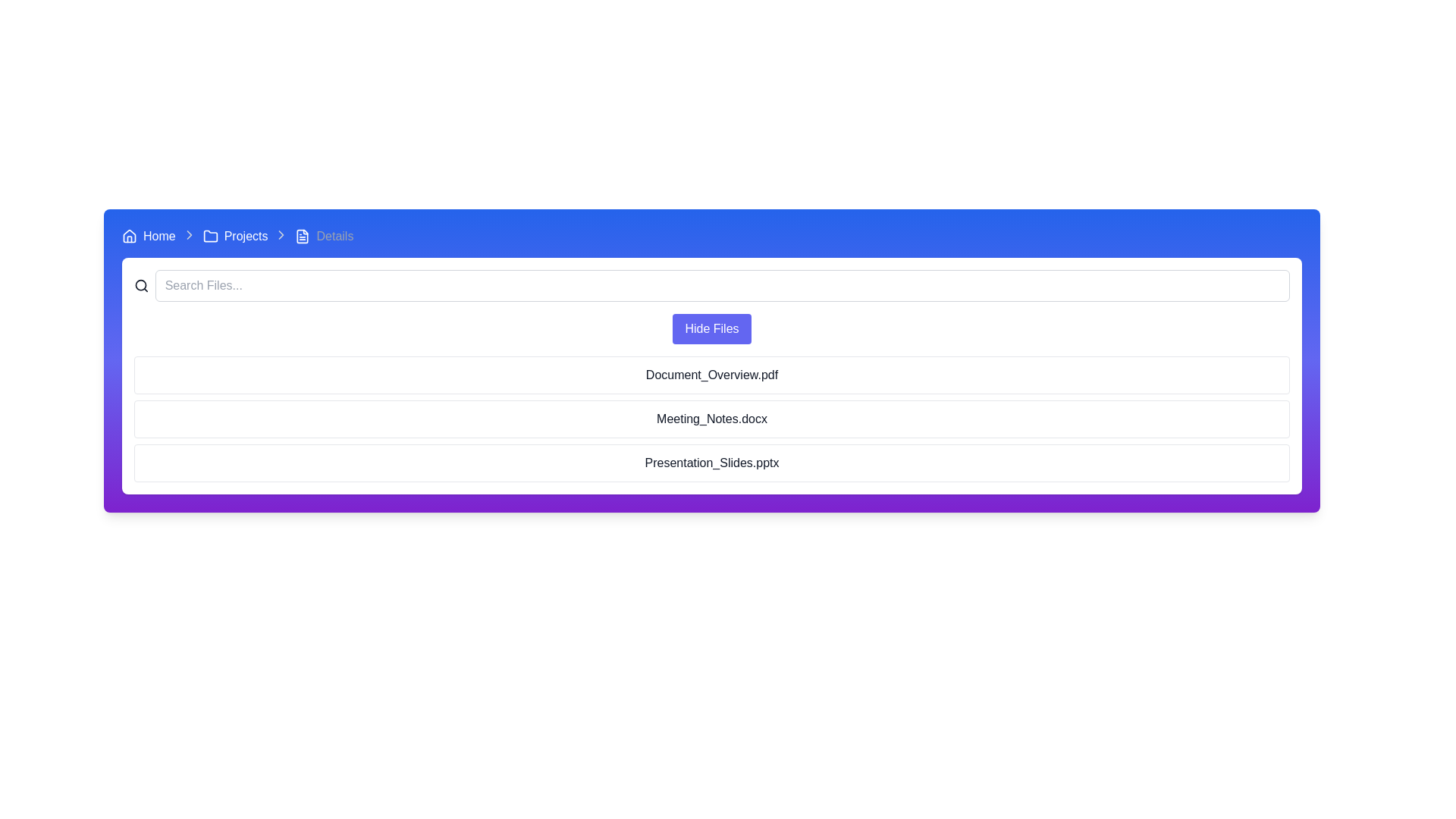 The image size is (1456, 819). What do you see at coordinates (209, 237) in the screenshot?
I see `the 'Projects' icon in the breadcrumb navigation bar, which serves as a visual representation of the folder or directory` at bounding box center [209, 237].